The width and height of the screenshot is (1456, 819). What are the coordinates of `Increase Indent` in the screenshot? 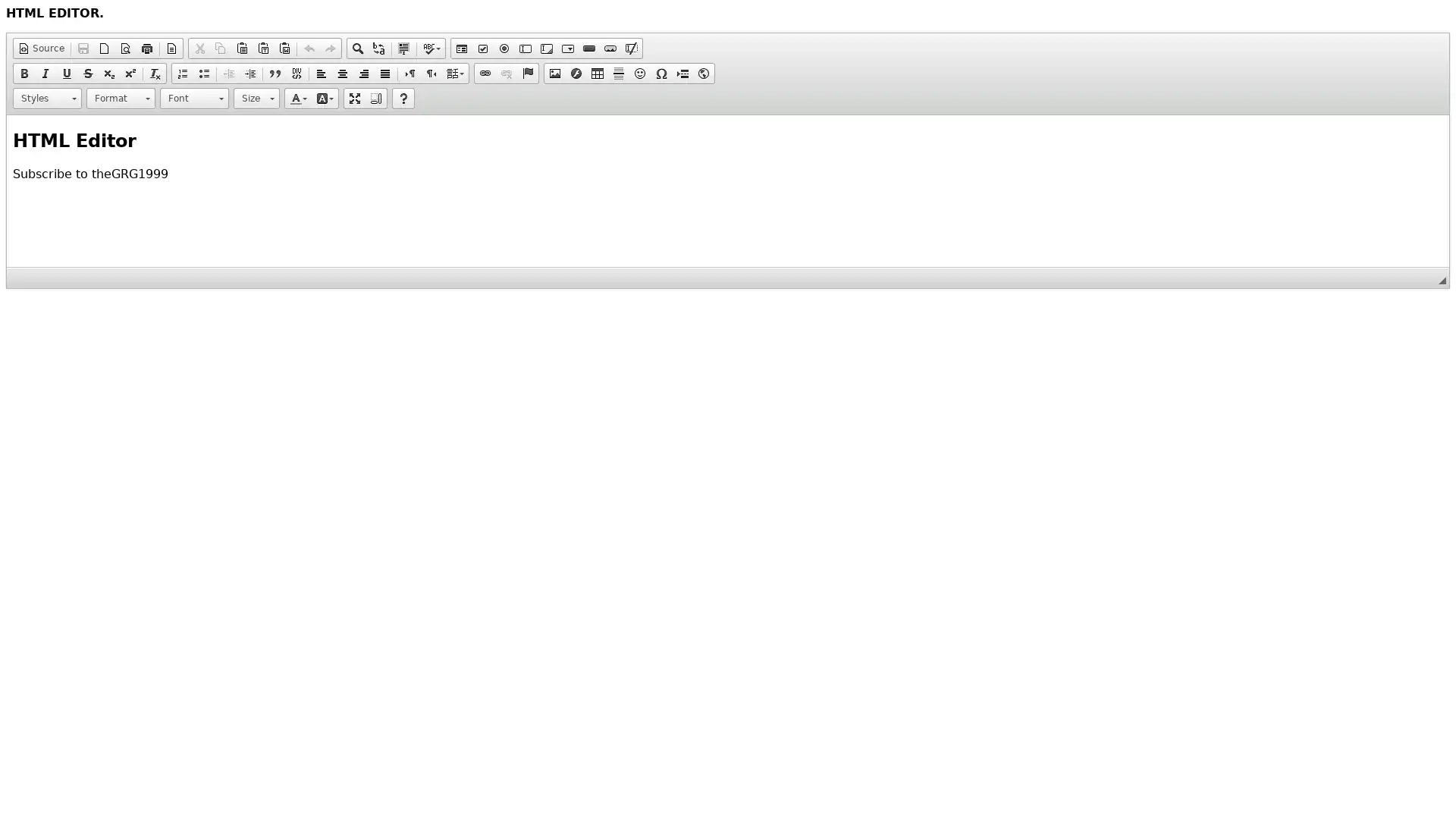 It's located at (250, 73).